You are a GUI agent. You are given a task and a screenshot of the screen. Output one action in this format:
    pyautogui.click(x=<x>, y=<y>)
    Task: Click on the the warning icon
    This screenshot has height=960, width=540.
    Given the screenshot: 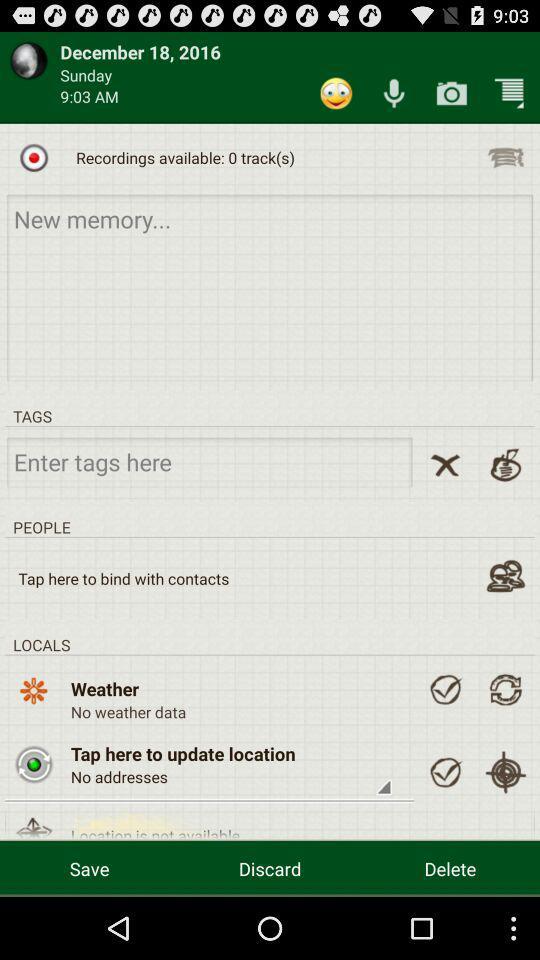 What is the action you would take?
    pyautogui.click(x=33, y=879)
    